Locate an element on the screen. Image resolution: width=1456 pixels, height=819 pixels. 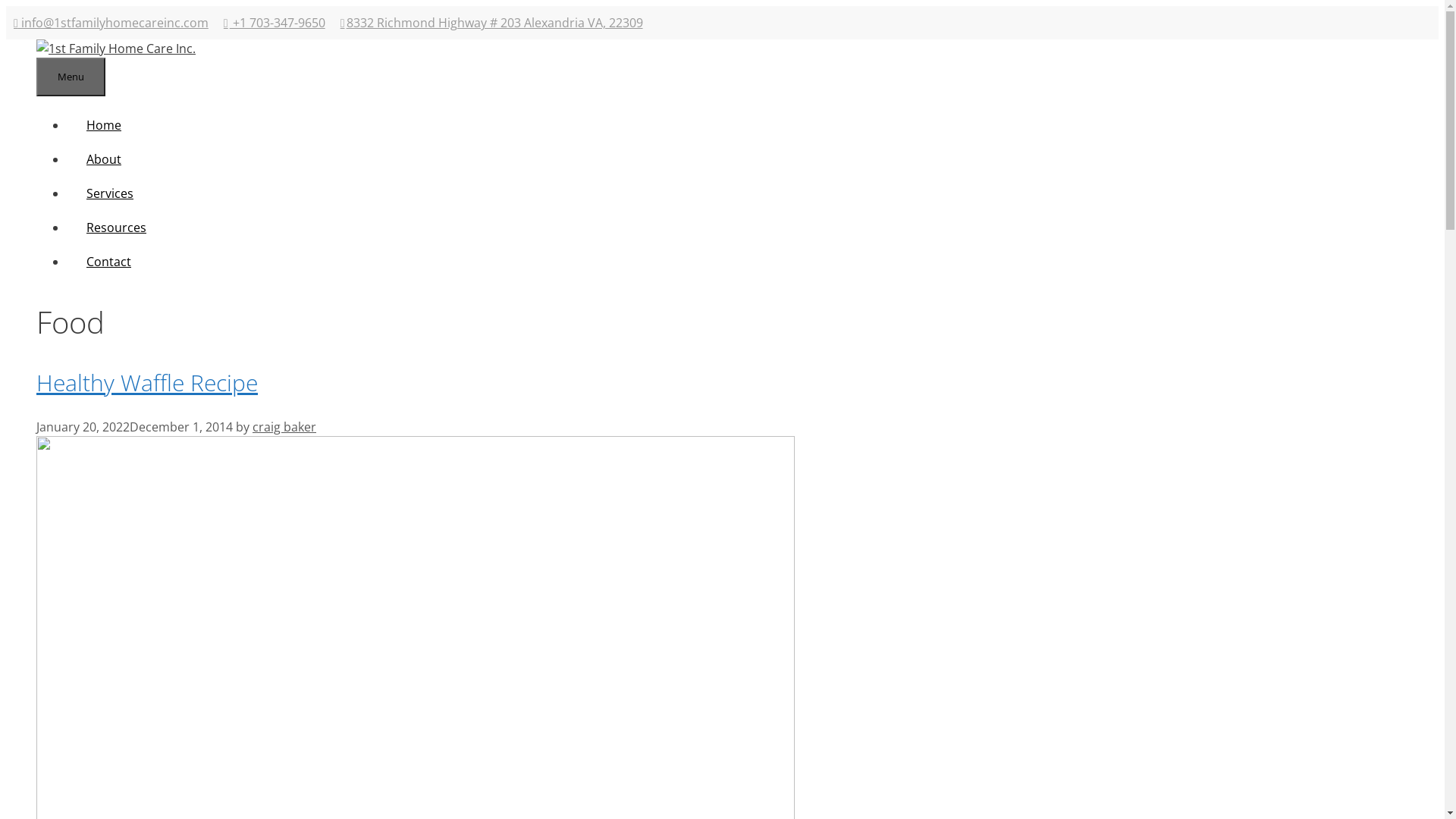
'Home' is located at coordinates (103, 124).